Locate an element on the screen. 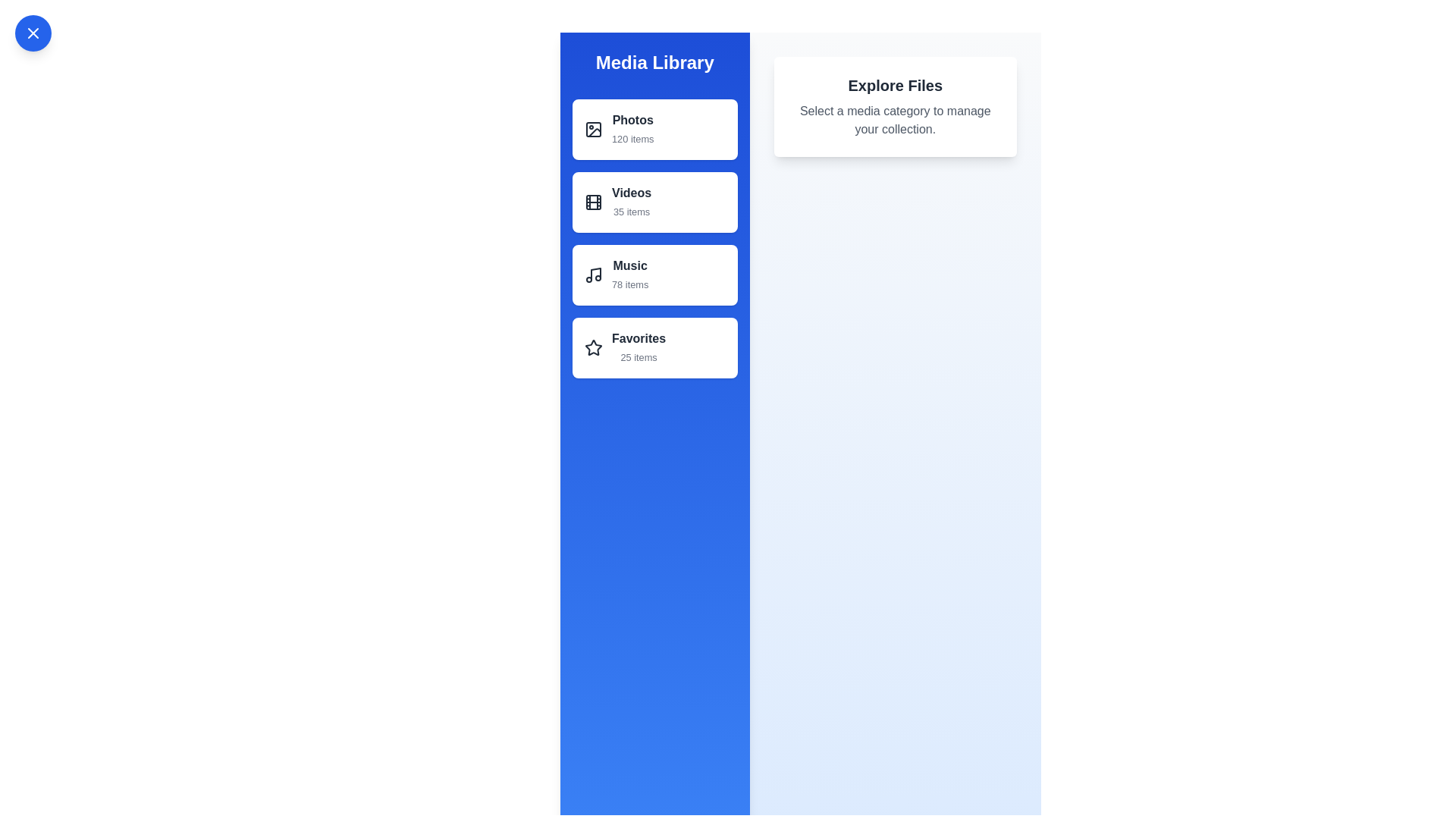 Image resolution: width=1456 pixels, height=819 pixels. the media category Videos from the list is located at coordinates (654, 201).